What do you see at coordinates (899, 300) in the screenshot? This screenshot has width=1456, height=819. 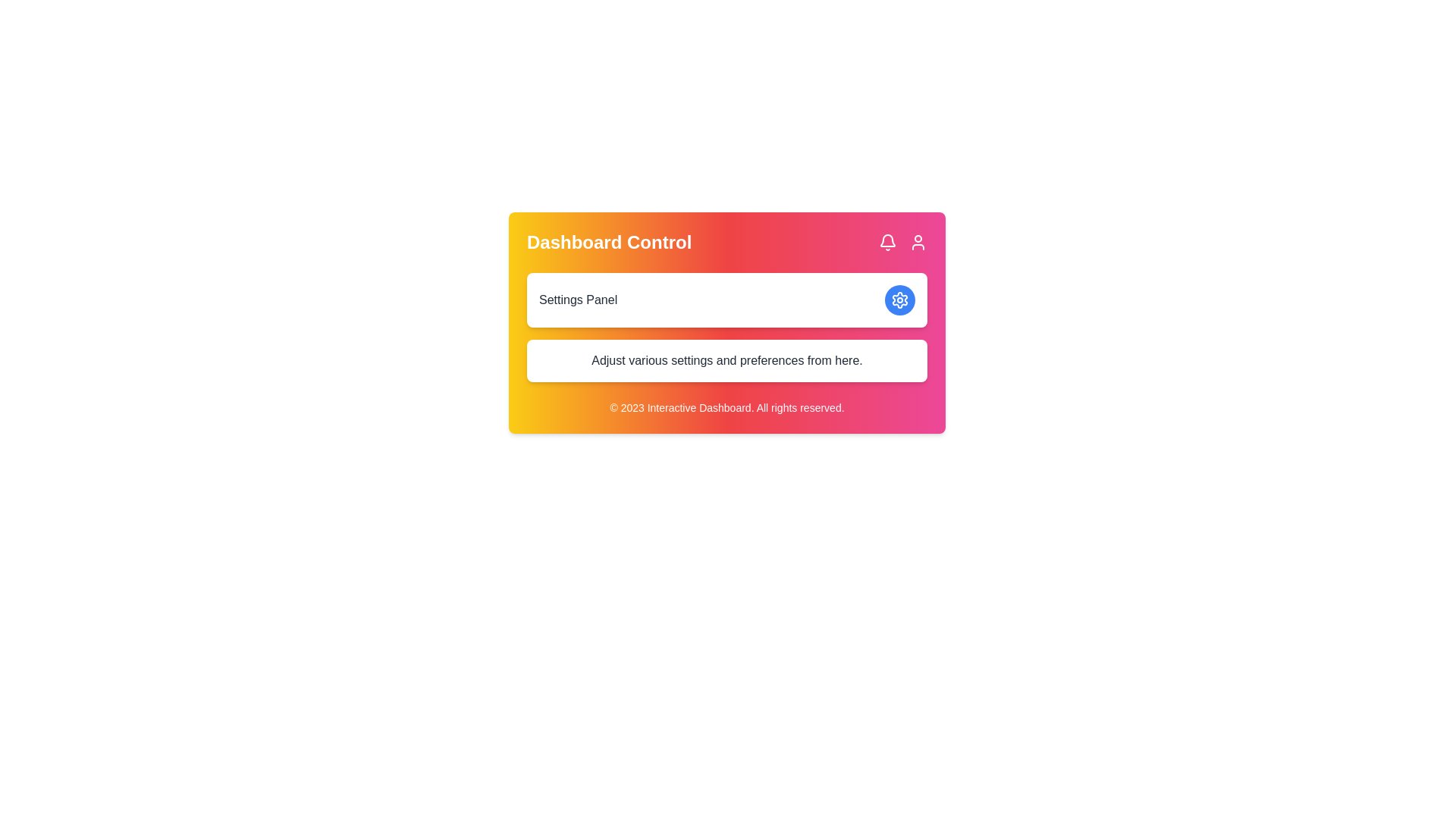 I see `the circular blue button with a white gear icon located at the top-right corner of the 'Settings Panel'` at bounding box center [899, 300].